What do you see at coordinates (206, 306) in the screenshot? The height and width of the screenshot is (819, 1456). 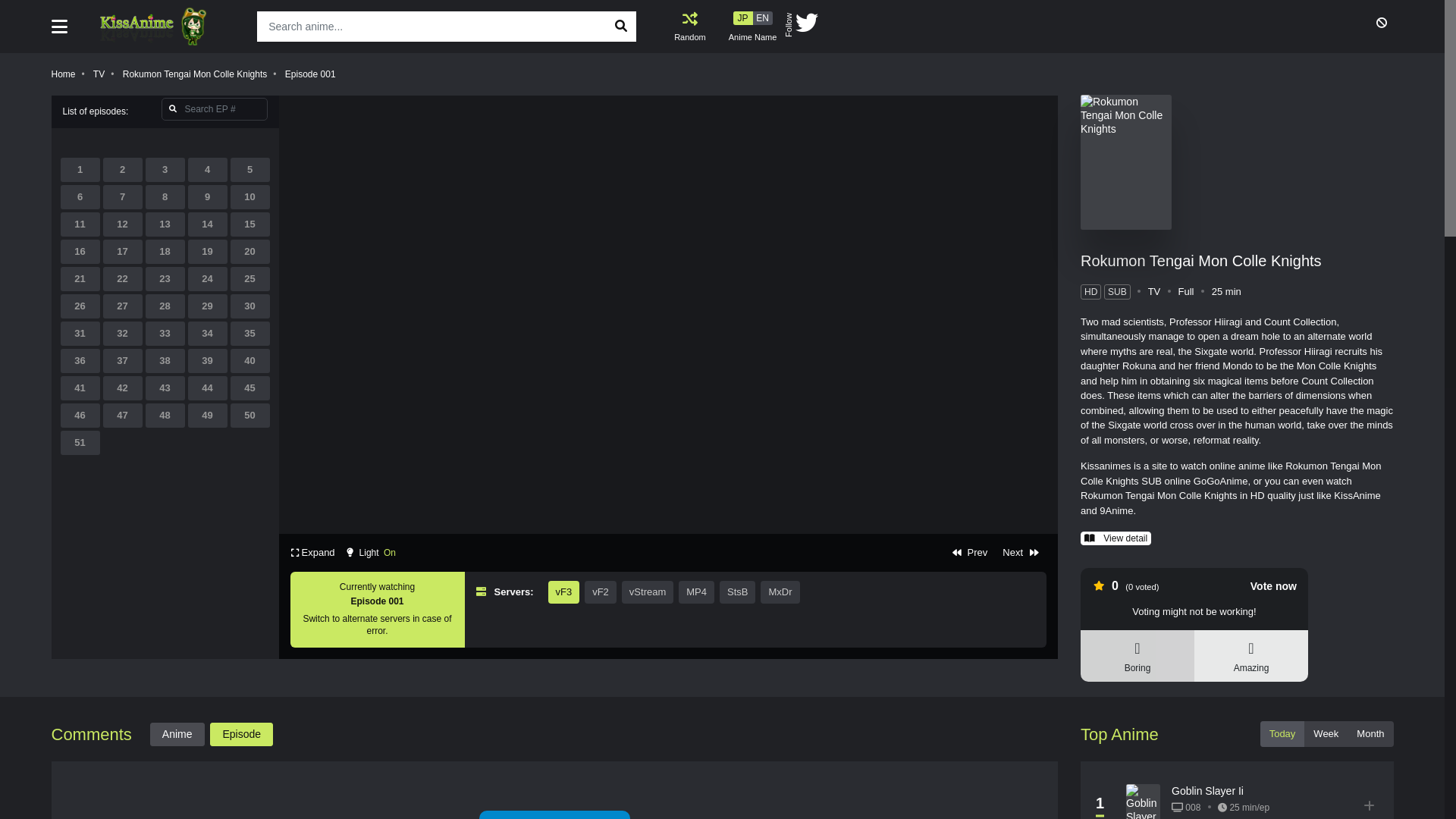 I see `'29'` at bounding box center [206, 306].